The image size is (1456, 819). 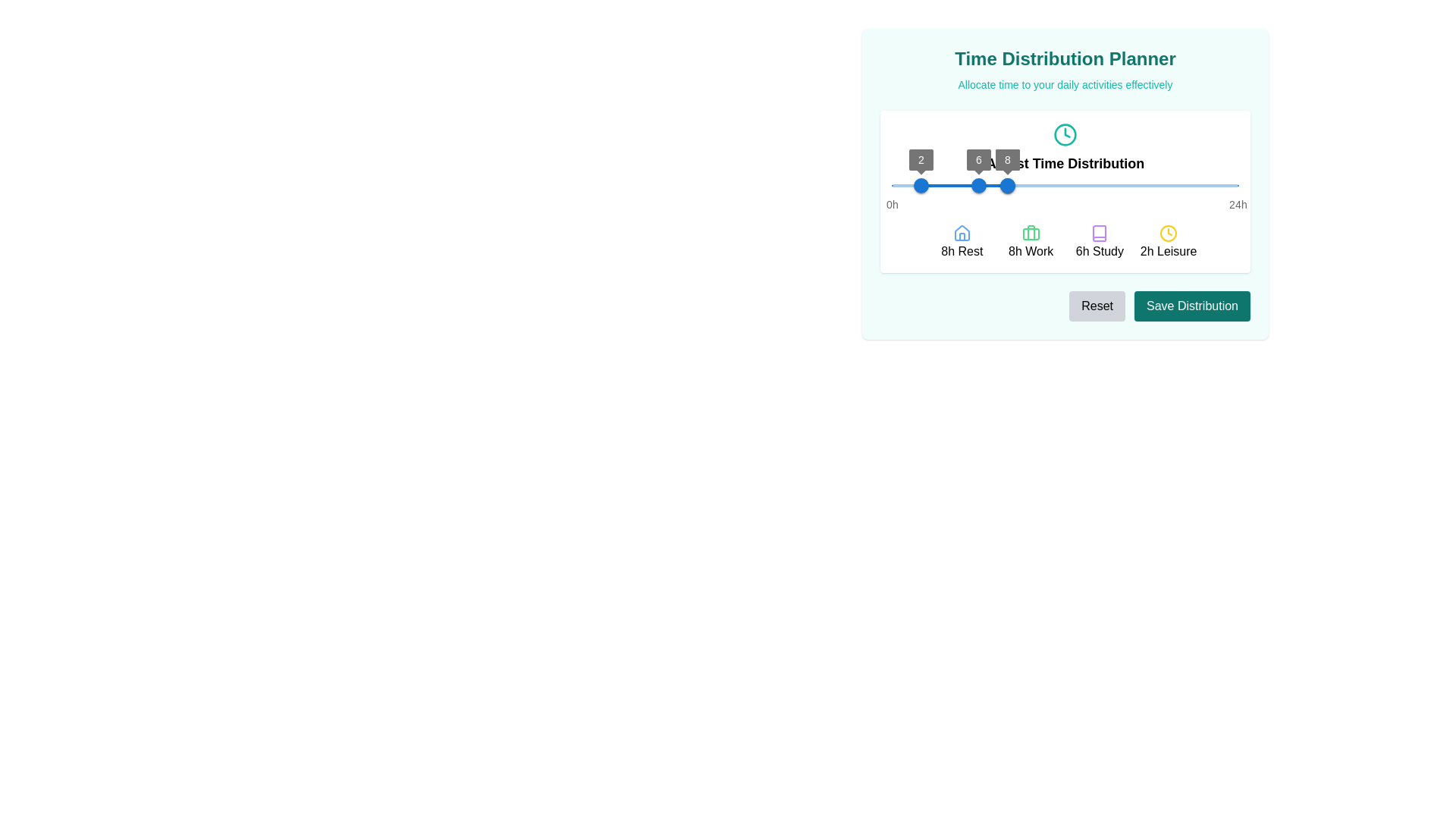 What do you see at coordinates (994, 185) in the screenshot?
I see `the time slider` at bounding box center [994, 185].